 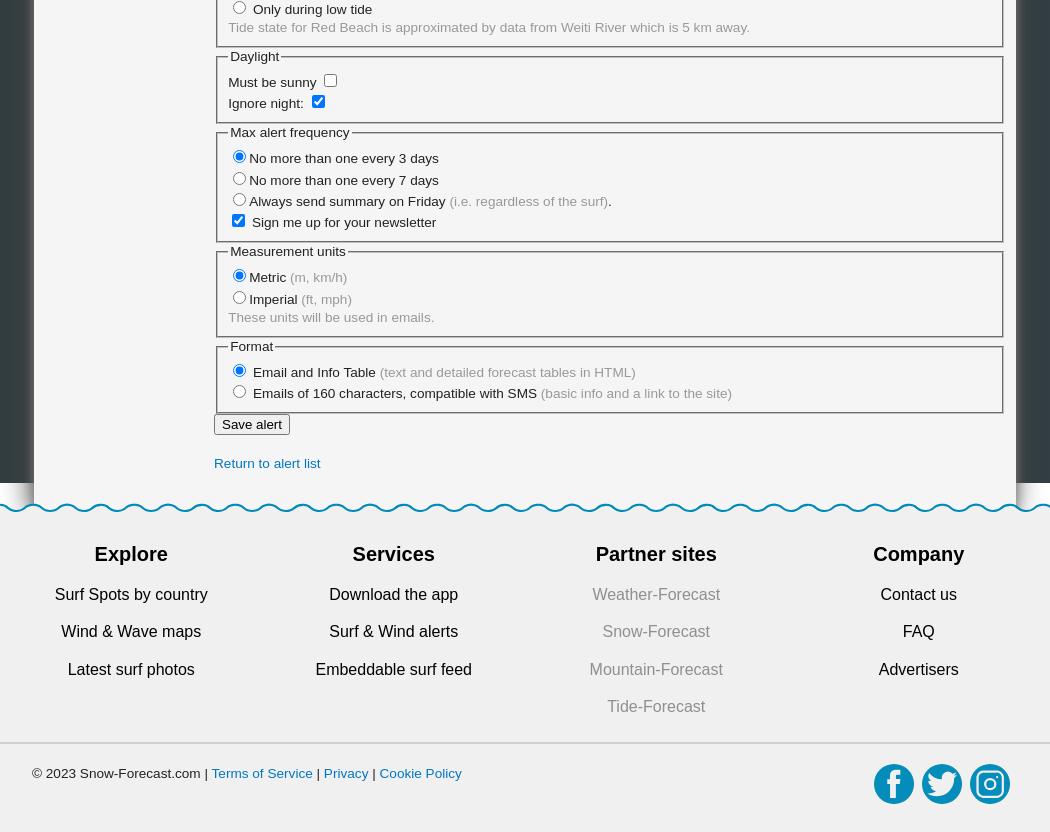 What do you see at coordinates (120, 772) in the screenshot?
I see `'© 2023 Snow-Forecast.com |'` at bounding box center [120, 772].